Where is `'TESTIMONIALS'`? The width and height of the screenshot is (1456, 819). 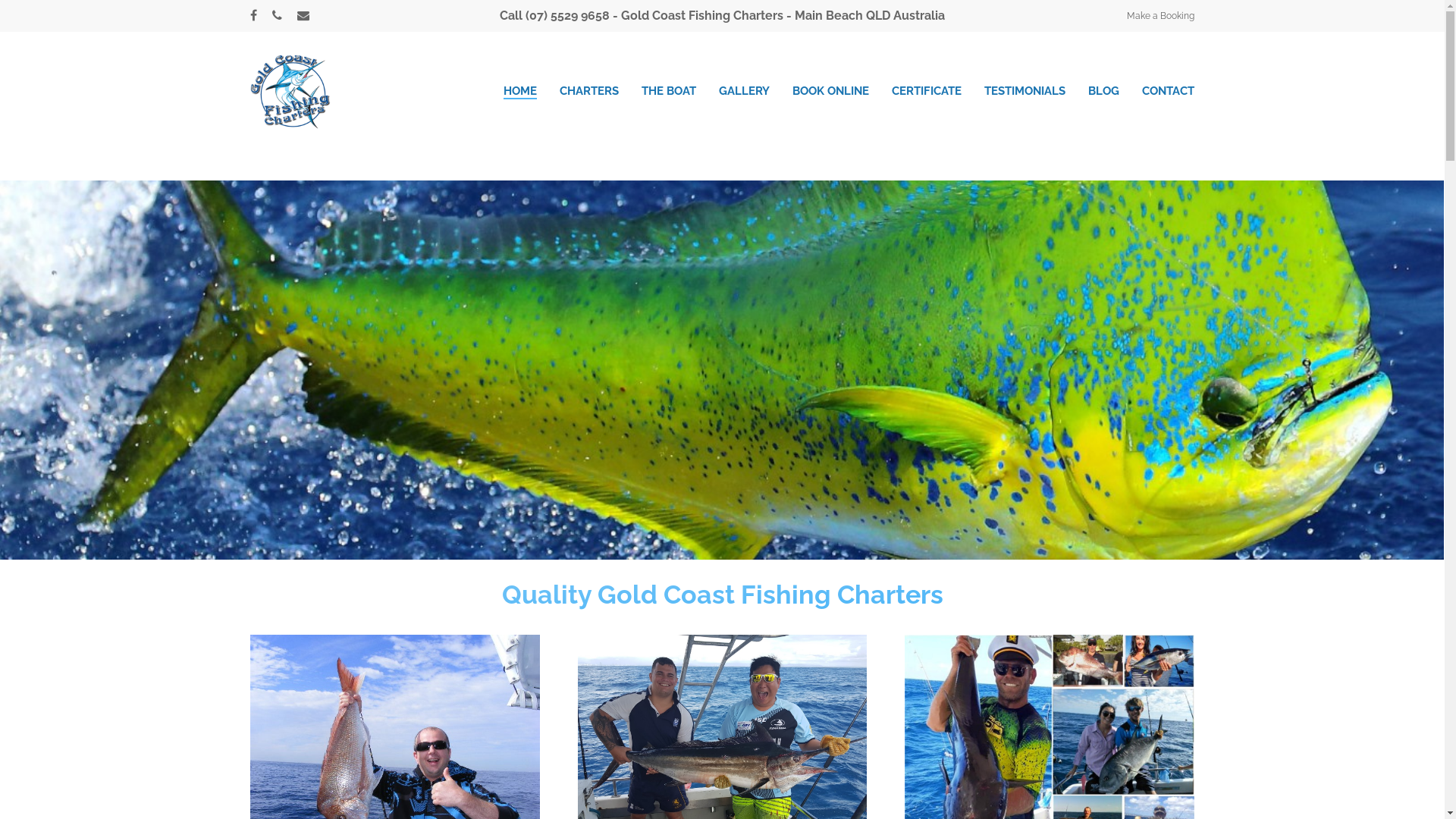
'TESTIMONIALS' is located at coordinates (984, 90).